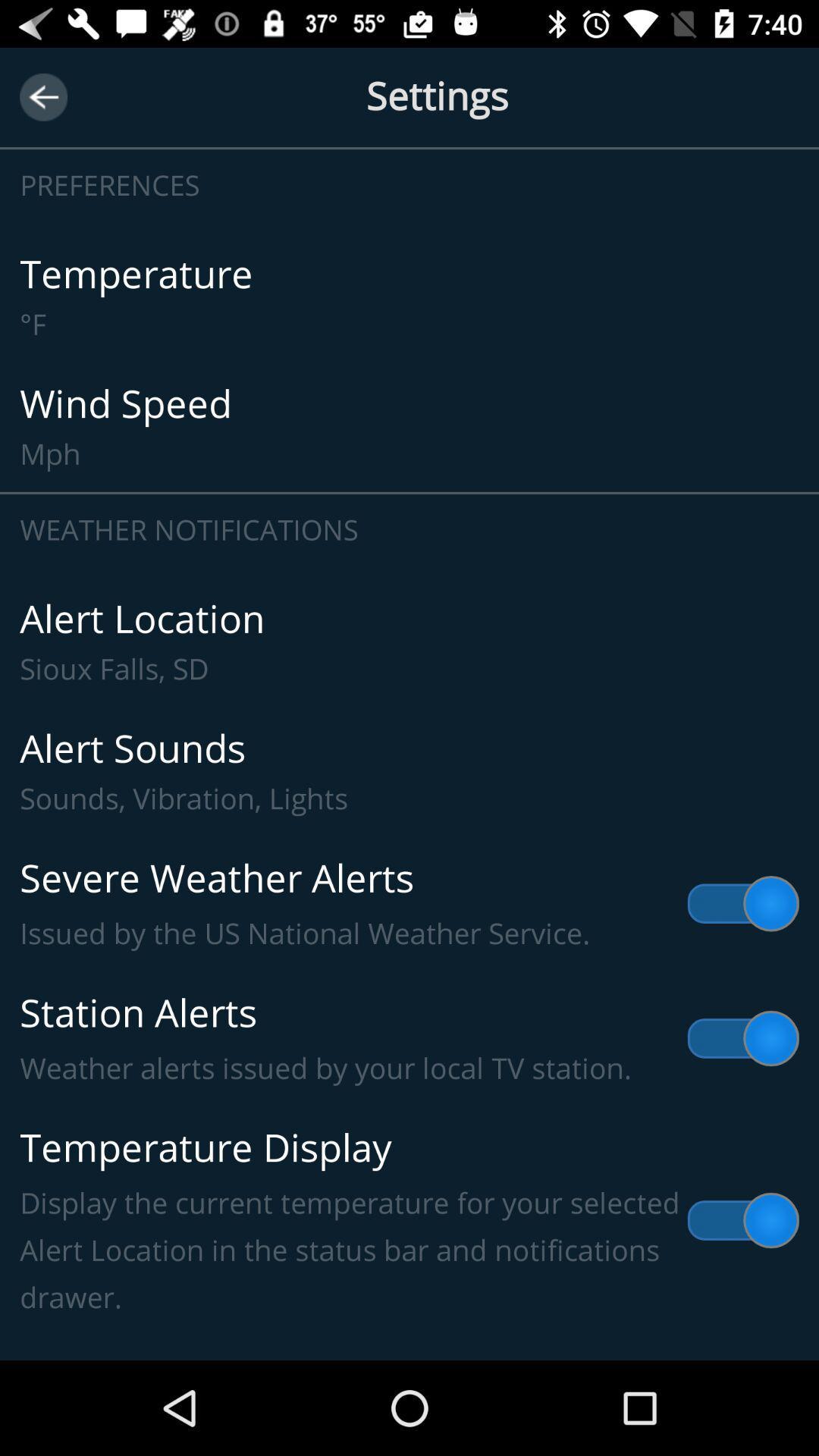  Describe the element at coordinates (409, 1338) in the screenshot. I see `the lock screen weather icon` at that location.